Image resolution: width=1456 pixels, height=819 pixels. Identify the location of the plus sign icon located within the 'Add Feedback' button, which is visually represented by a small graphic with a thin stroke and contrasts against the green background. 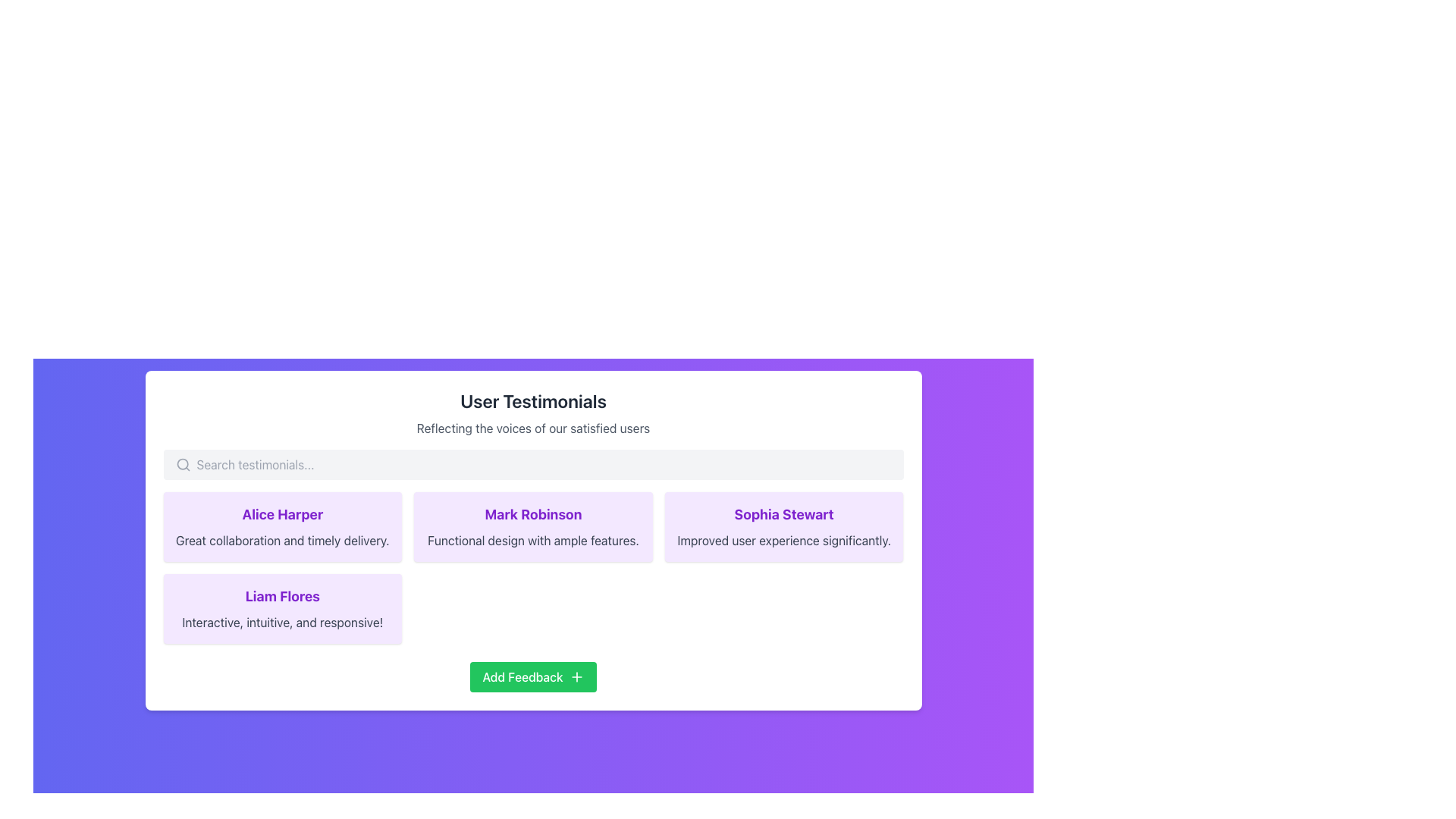
(576, 676).